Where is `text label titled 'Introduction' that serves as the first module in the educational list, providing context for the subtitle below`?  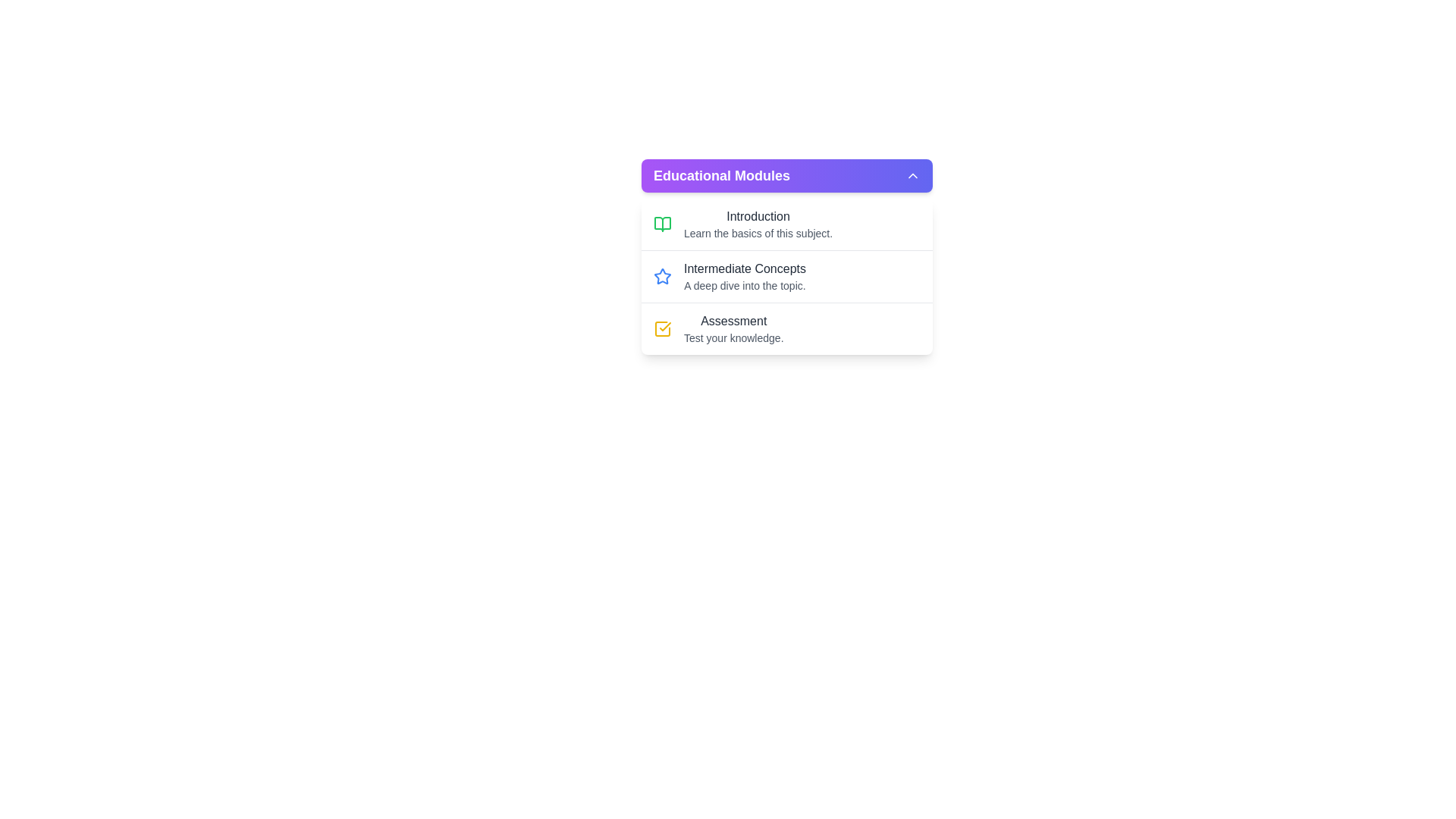 text label titled 'Introduction' that serves as the first module in the educational list, providing context for the subtitle below is located at coordinates (758, 216).